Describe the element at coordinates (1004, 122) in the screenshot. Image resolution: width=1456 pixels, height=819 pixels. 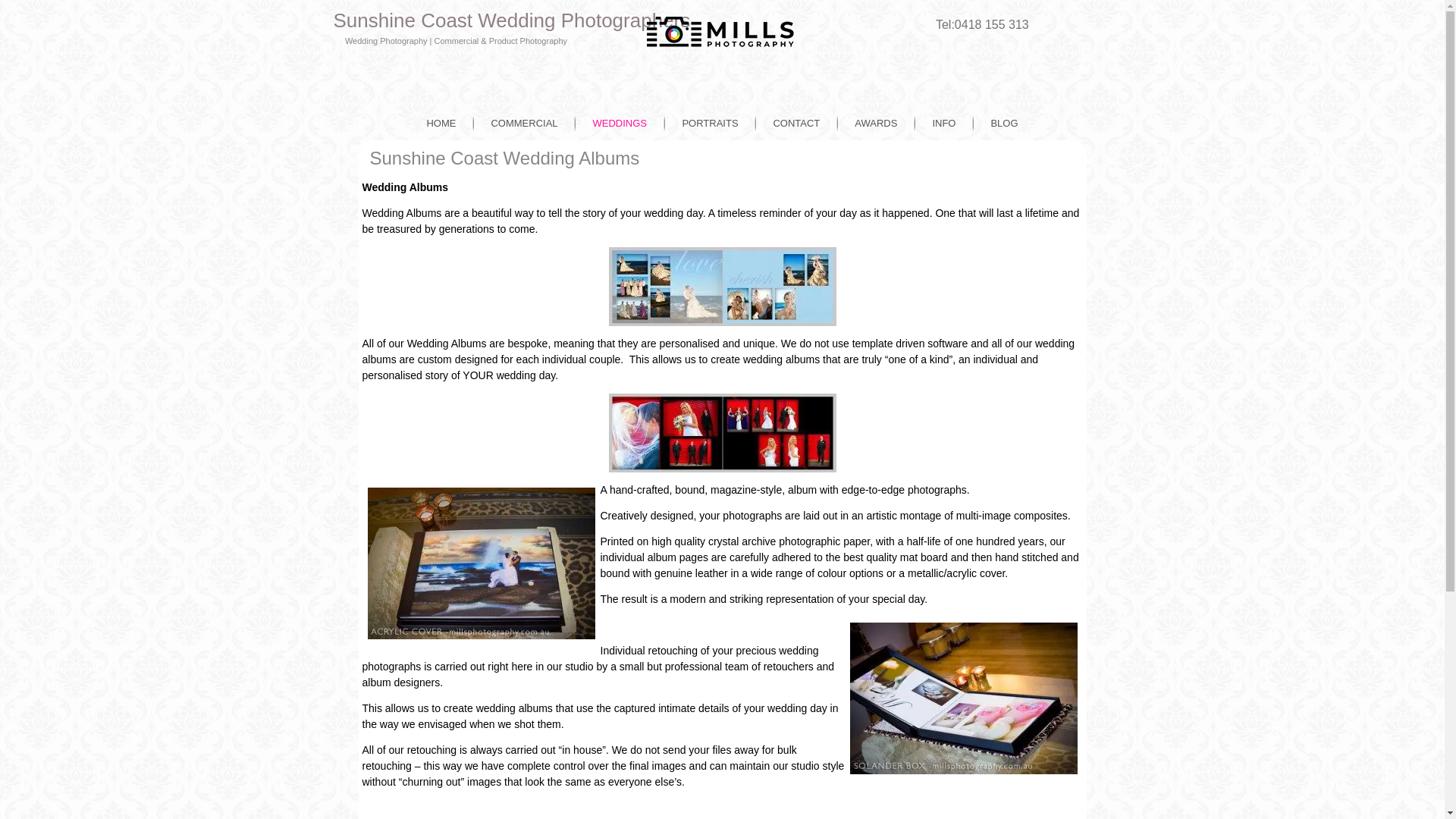
I see `'BLOG'` at that location.